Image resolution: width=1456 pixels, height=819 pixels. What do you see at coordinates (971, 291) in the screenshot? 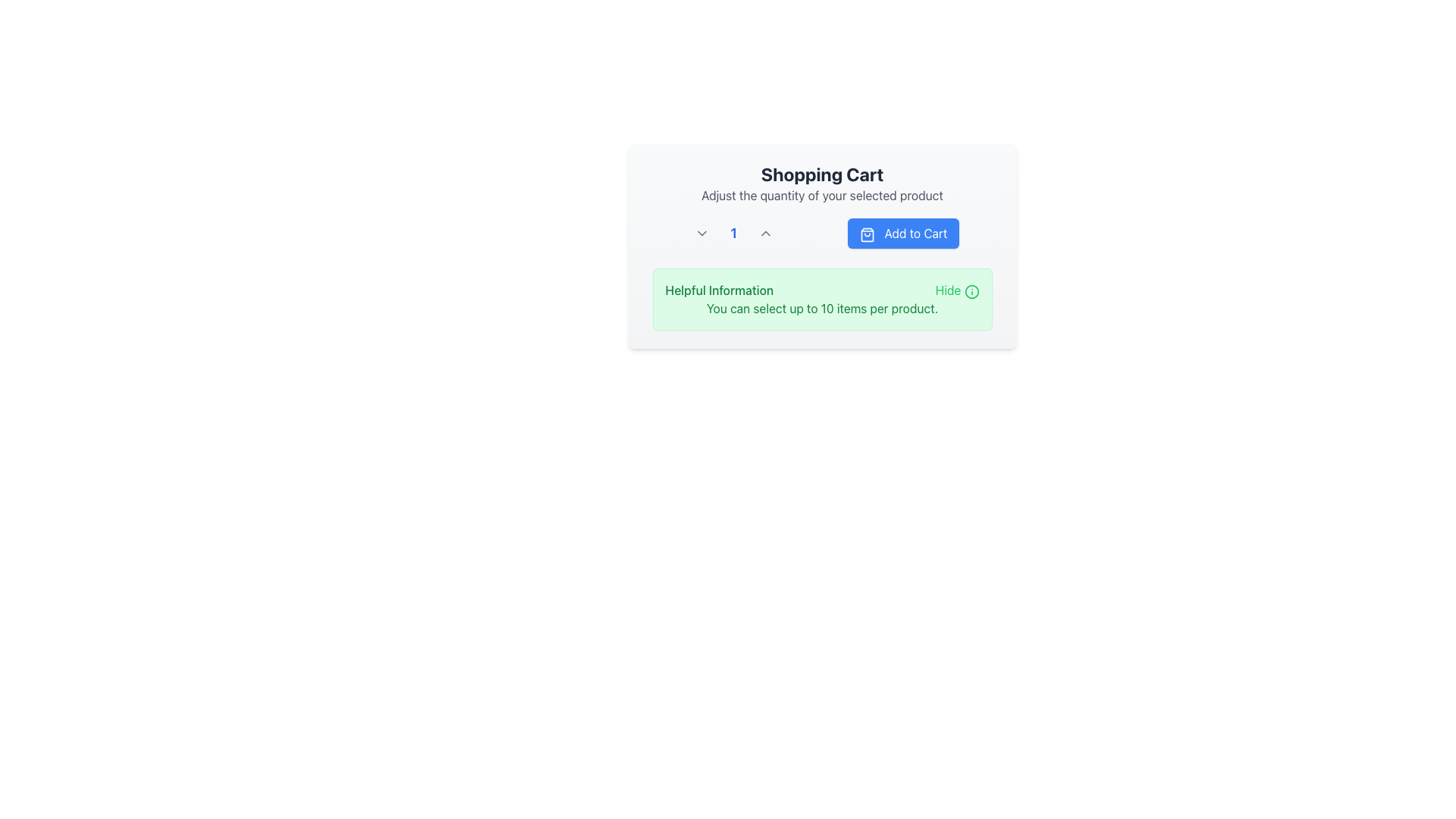
I see `the info circle icon next to the 'Hide' label in the top-right corner of the green informational box` at bounding box center [971, 291].